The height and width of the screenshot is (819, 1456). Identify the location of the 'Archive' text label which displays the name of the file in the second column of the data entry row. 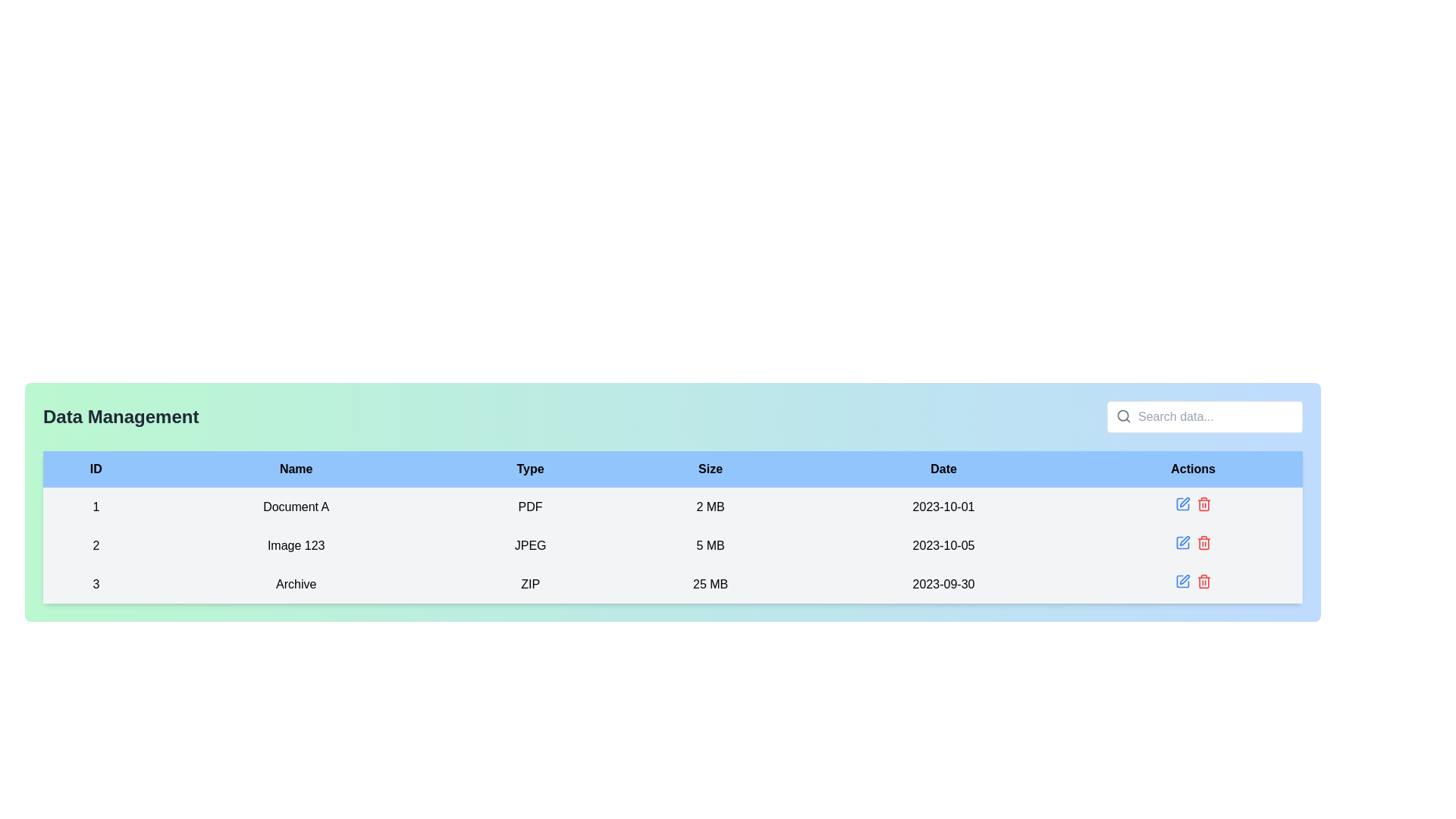
(296, 583).